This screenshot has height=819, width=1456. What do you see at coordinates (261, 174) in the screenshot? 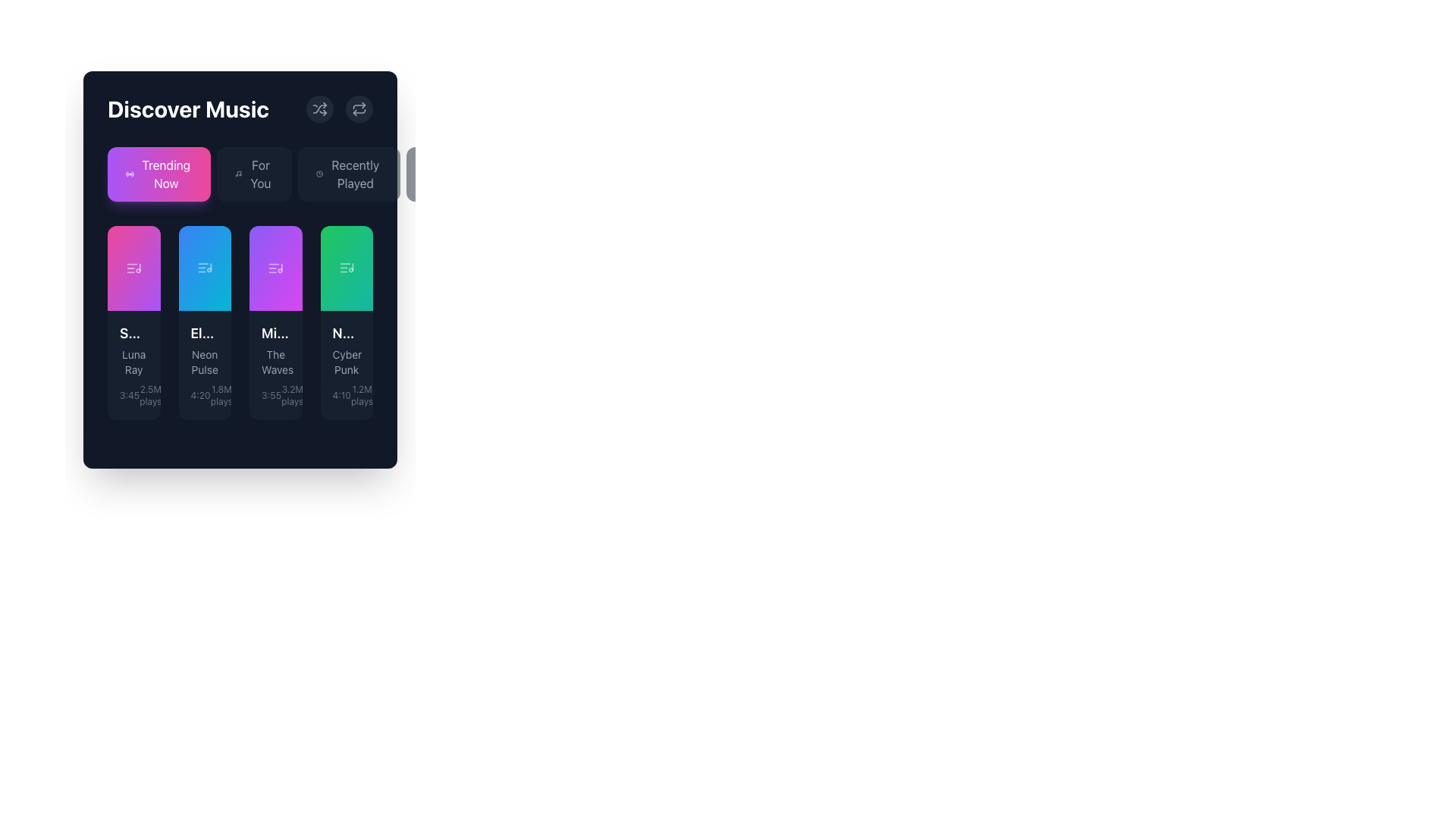
I see `the 'For You' text label within the navigational button` at bounding box center [261, 174].